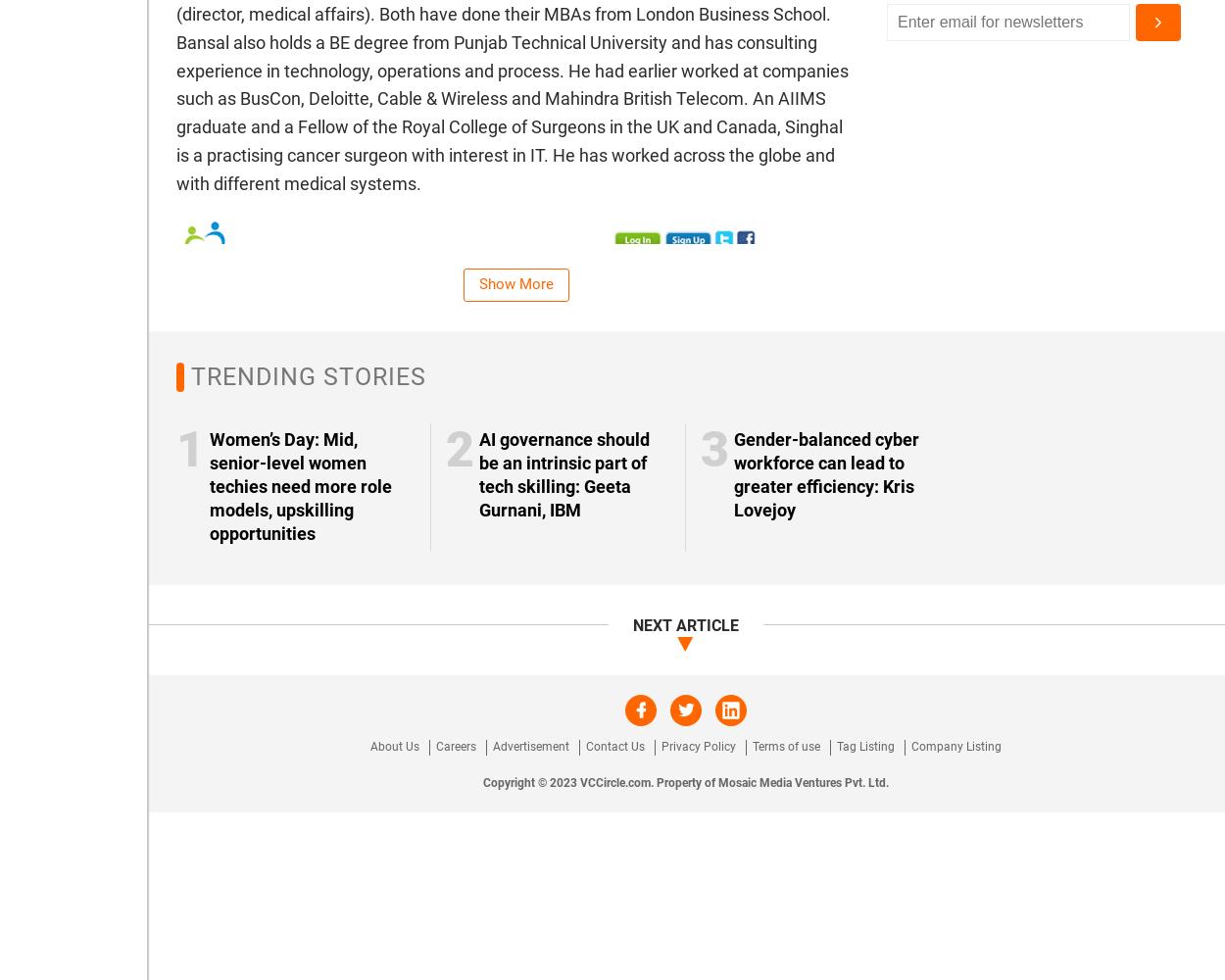 The image size is (1225, 980). What do you see at coordinates (685, 782) in the screenshot?
I see `'Copyright © 2023 VCCircle.com. Property of Mosaic Media Ventures Pvt. Ltd.'` at bounding box center [685, 782].